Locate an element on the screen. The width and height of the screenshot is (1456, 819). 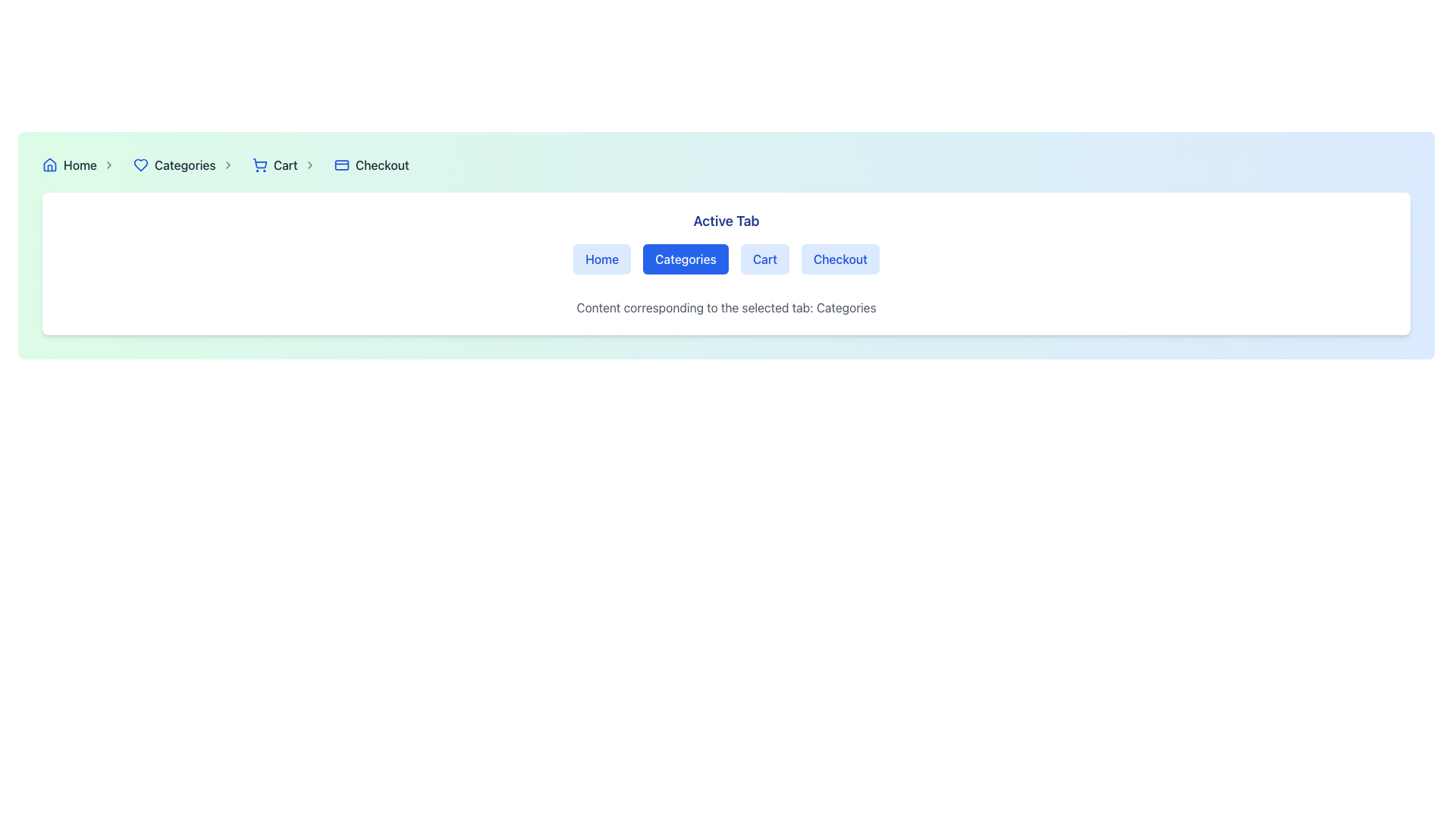
the Text Label that indicates the current active section of the interface, positioned above the navigation options ('Home', 'Categories', 'Cart', 'Checkout') is located at coordinates (726, 221).